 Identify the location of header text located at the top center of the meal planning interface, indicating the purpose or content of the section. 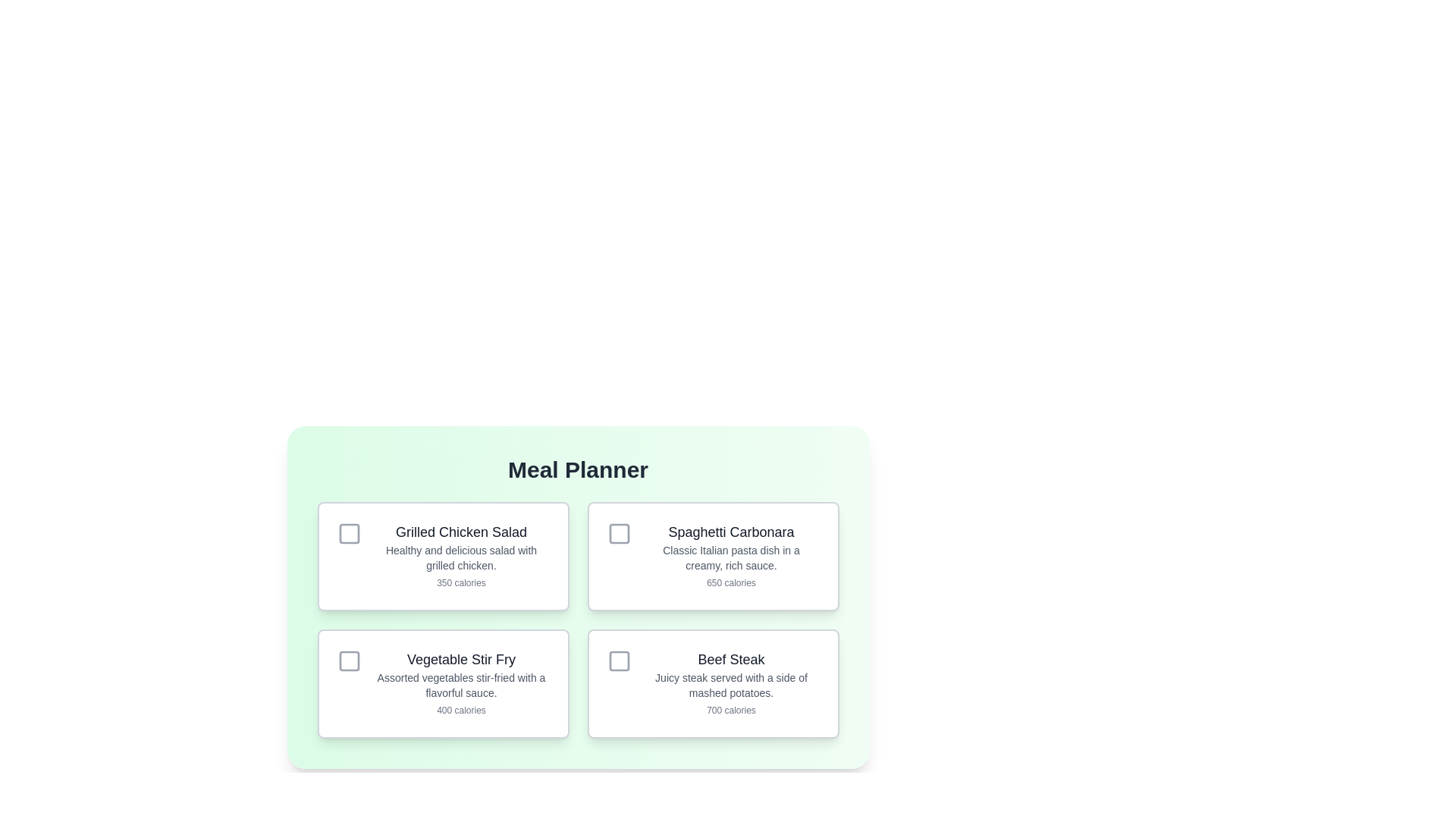
(577, 469).